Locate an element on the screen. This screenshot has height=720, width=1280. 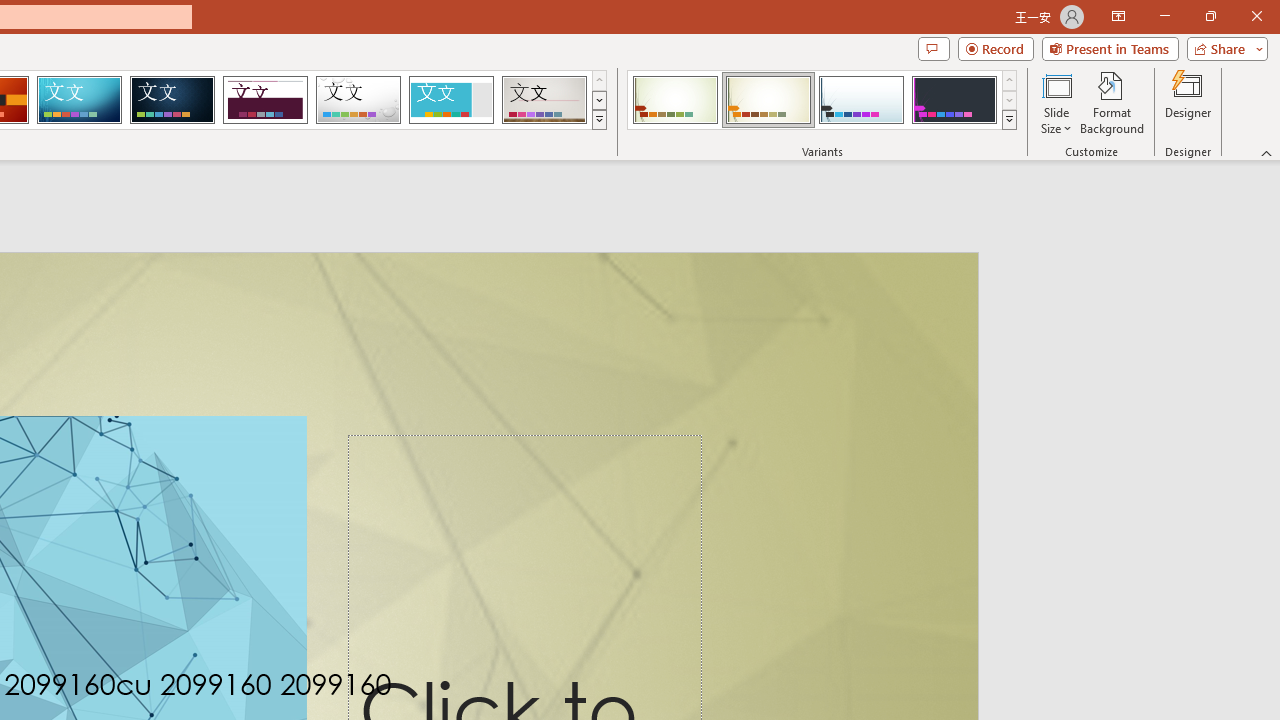
'Wisp Variant 4' is located at coordinates (953, 100).